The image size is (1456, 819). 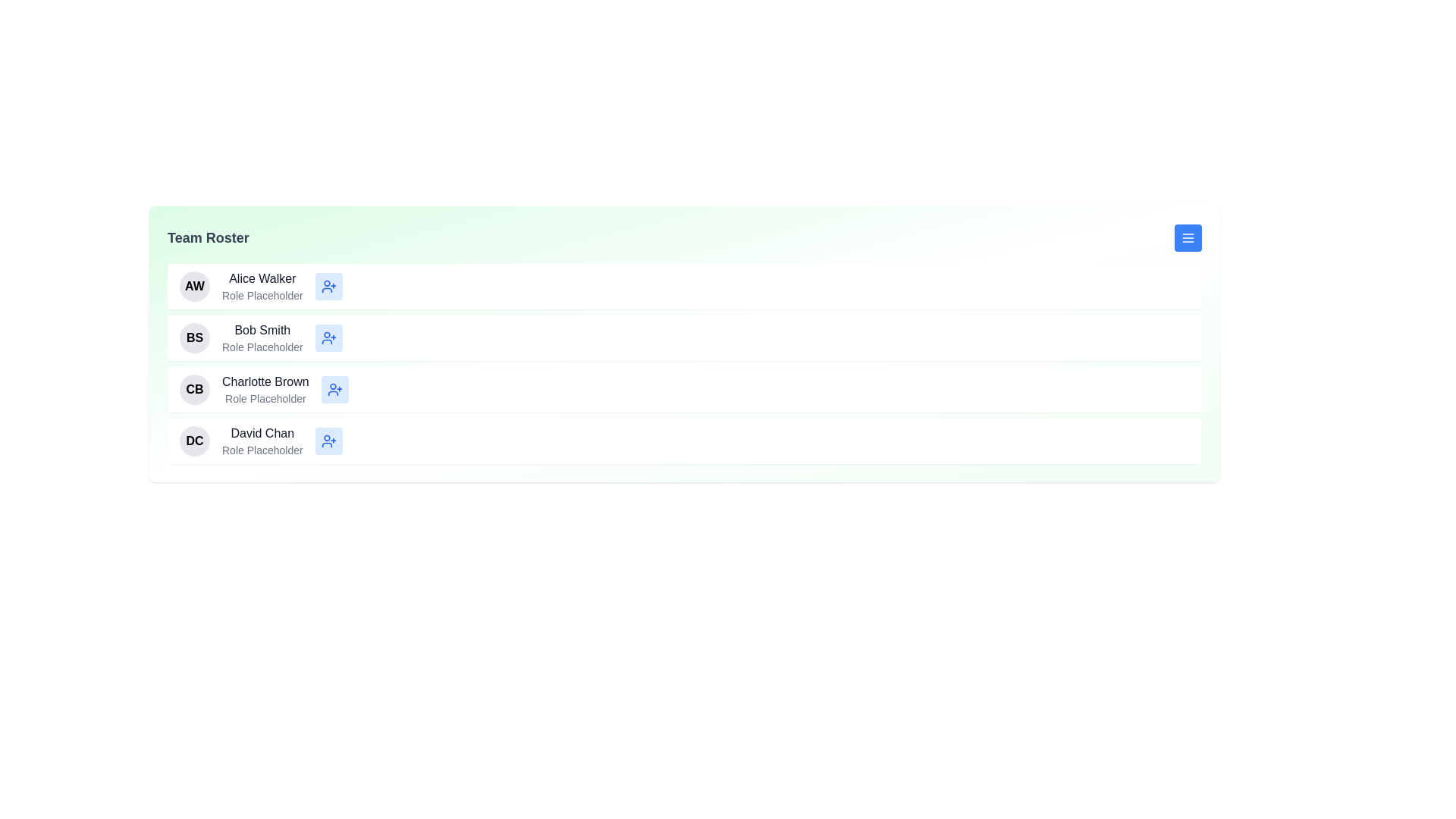 What do you see at coordinates (683, 388) in the screenshot?
I see `the third list item in the 'Team Roster' section that displays a team member's initials, name, and role, positioned between 'Bob Smith' and 'David Chan'` at bounding box center [683, 388].